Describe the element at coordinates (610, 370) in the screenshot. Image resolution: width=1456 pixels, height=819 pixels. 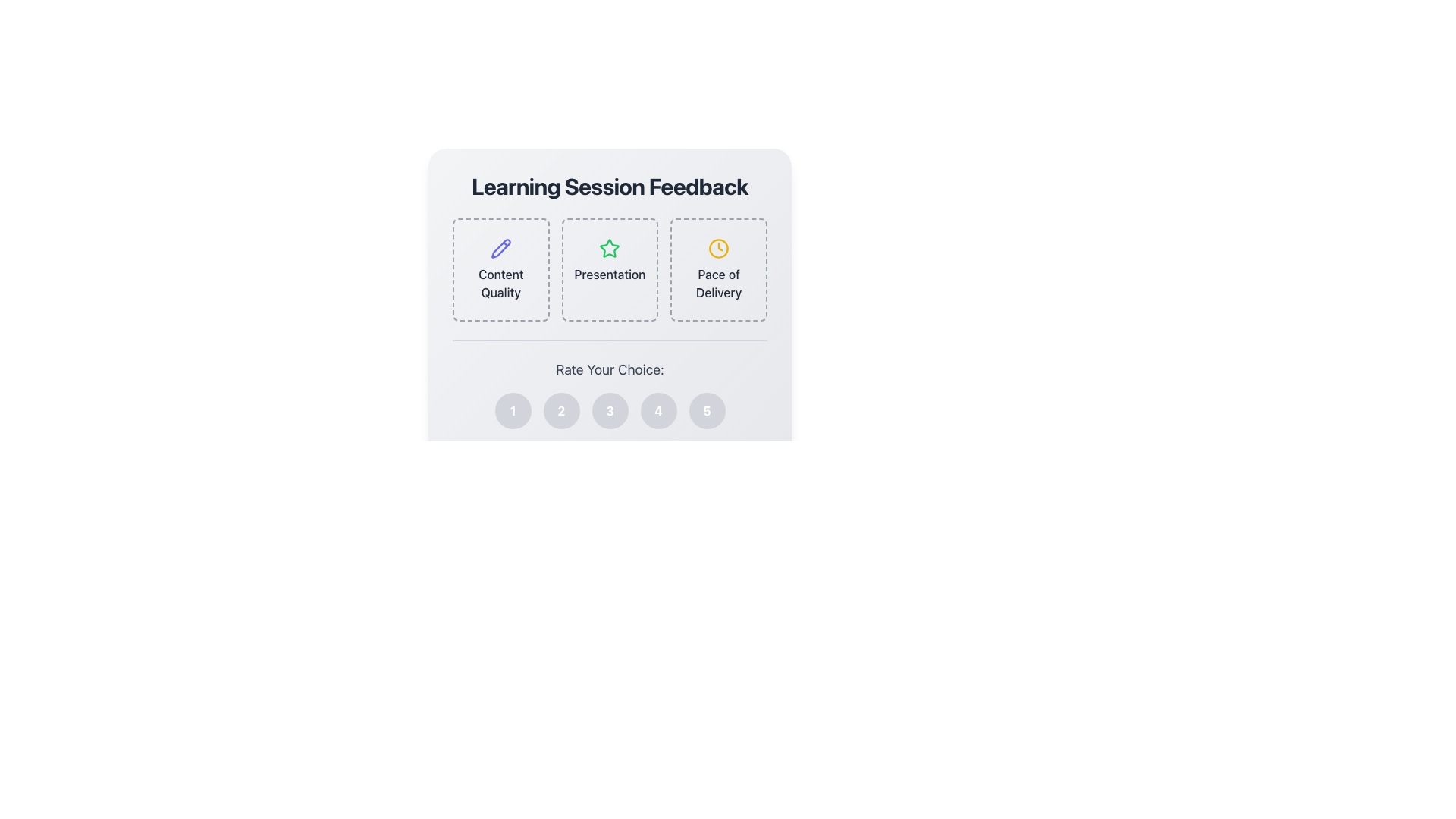
I see `text label that serves as a prompt for the rating options, positioned centrally above the rating numbers in the feedback form` at that location.